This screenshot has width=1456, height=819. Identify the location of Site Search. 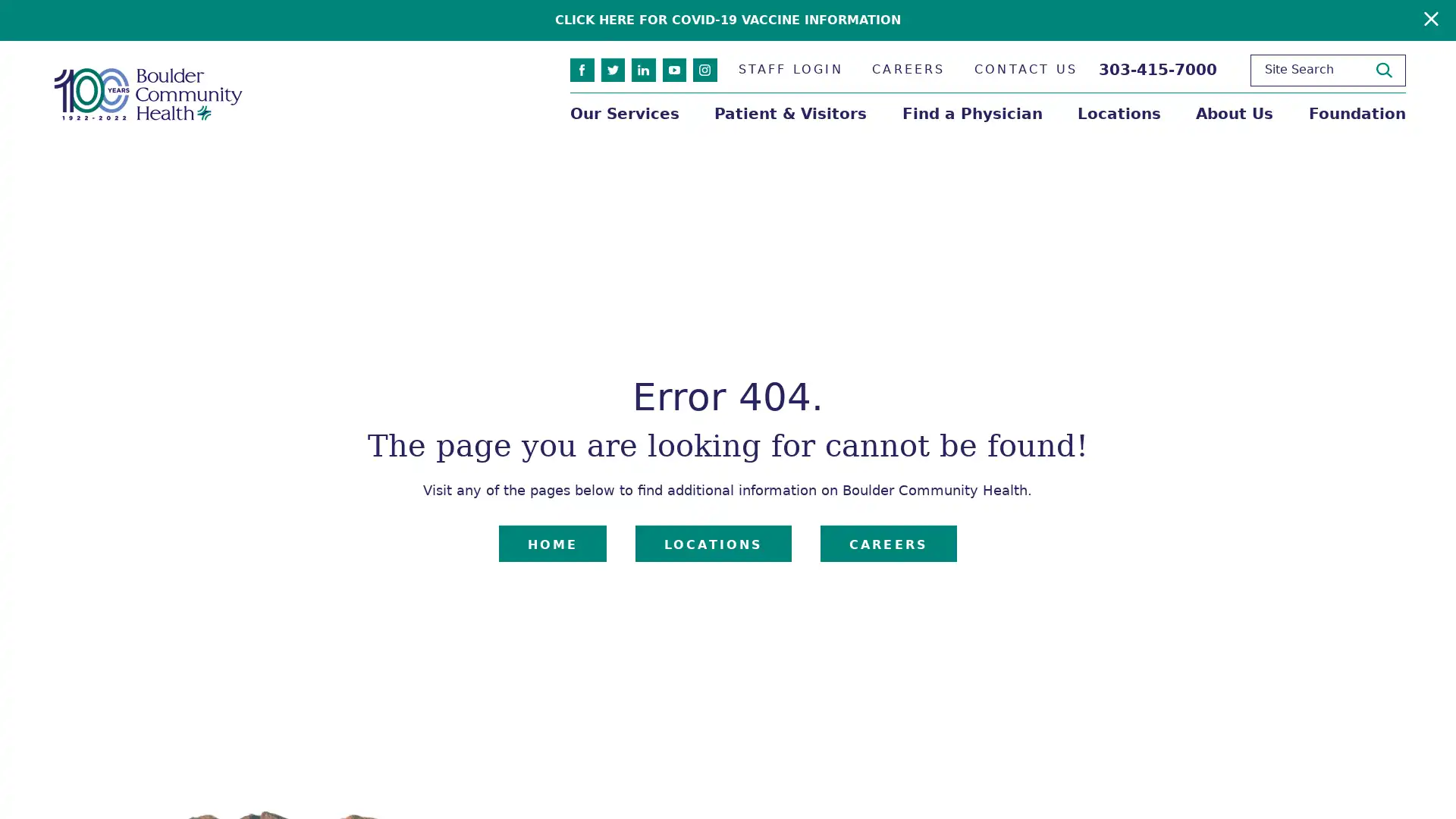
(1390, 70).